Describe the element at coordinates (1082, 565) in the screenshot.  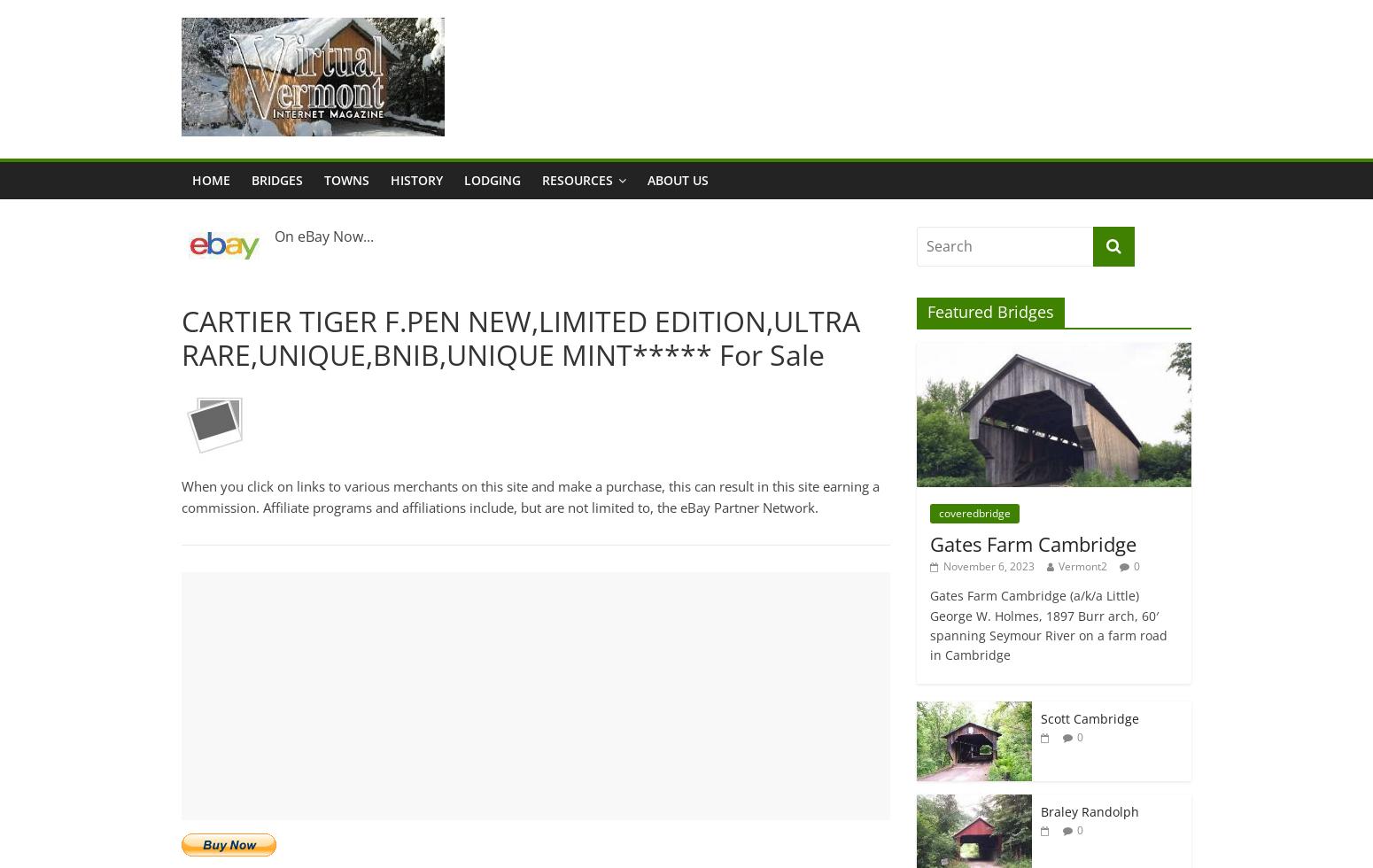
I see `'Vermont2'` at that location.